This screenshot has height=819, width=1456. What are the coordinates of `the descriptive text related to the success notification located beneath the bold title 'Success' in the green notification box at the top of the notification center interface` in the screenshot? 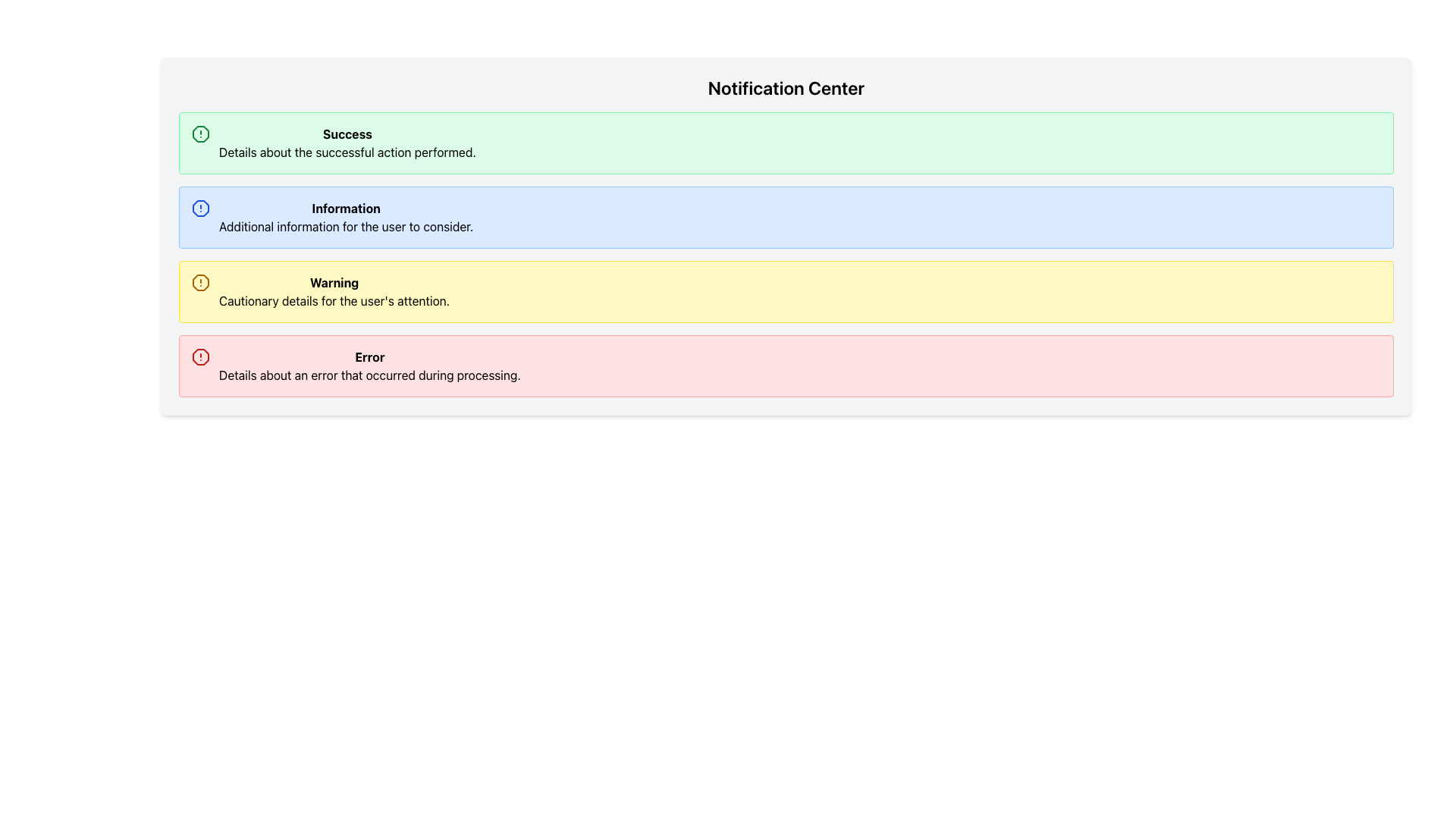 It's located at (347, 152).